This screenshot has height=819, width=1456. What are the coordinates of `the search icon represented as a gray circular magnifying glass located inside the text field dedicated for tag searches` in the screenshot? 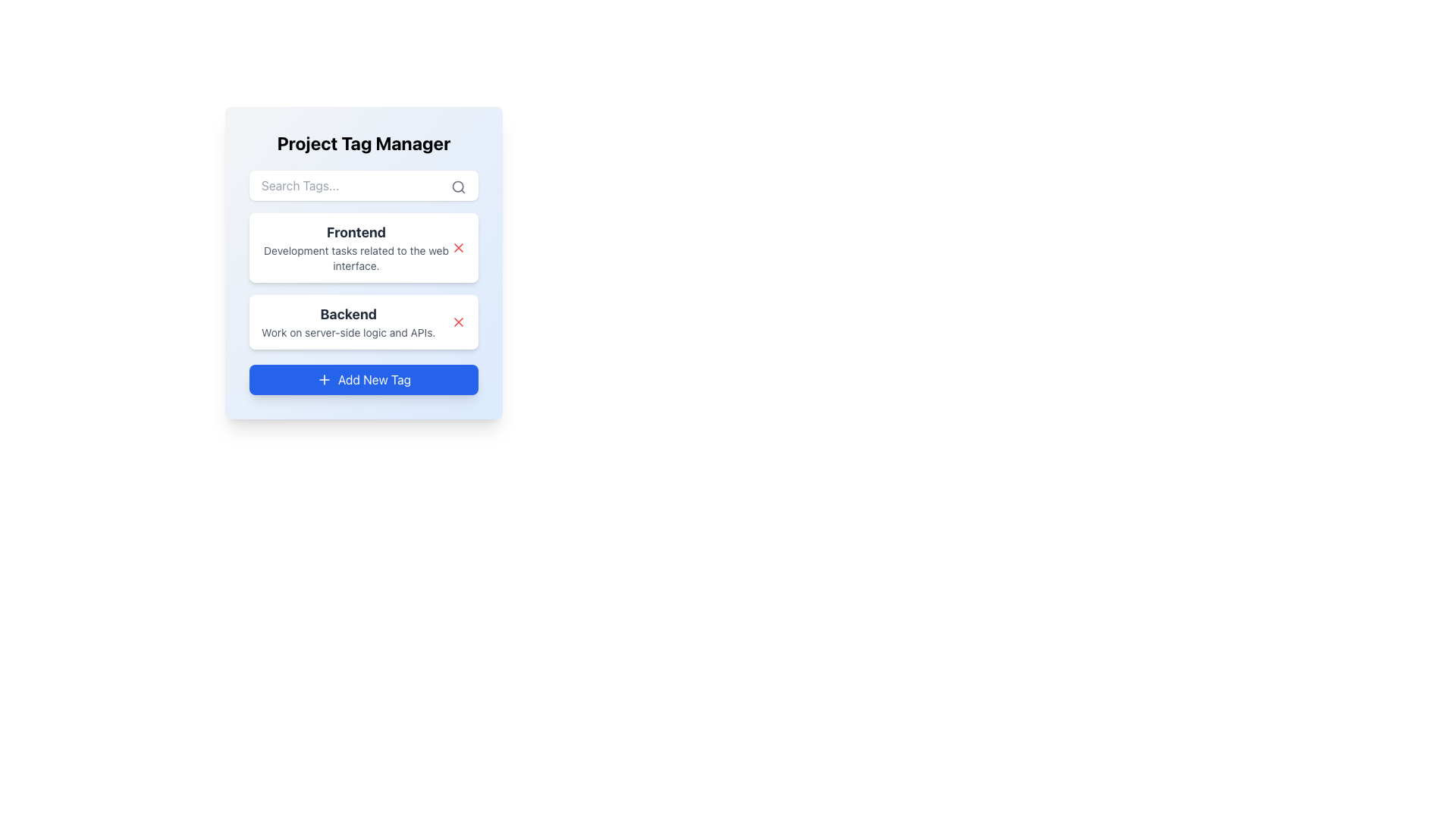 It's located at (457, 186).